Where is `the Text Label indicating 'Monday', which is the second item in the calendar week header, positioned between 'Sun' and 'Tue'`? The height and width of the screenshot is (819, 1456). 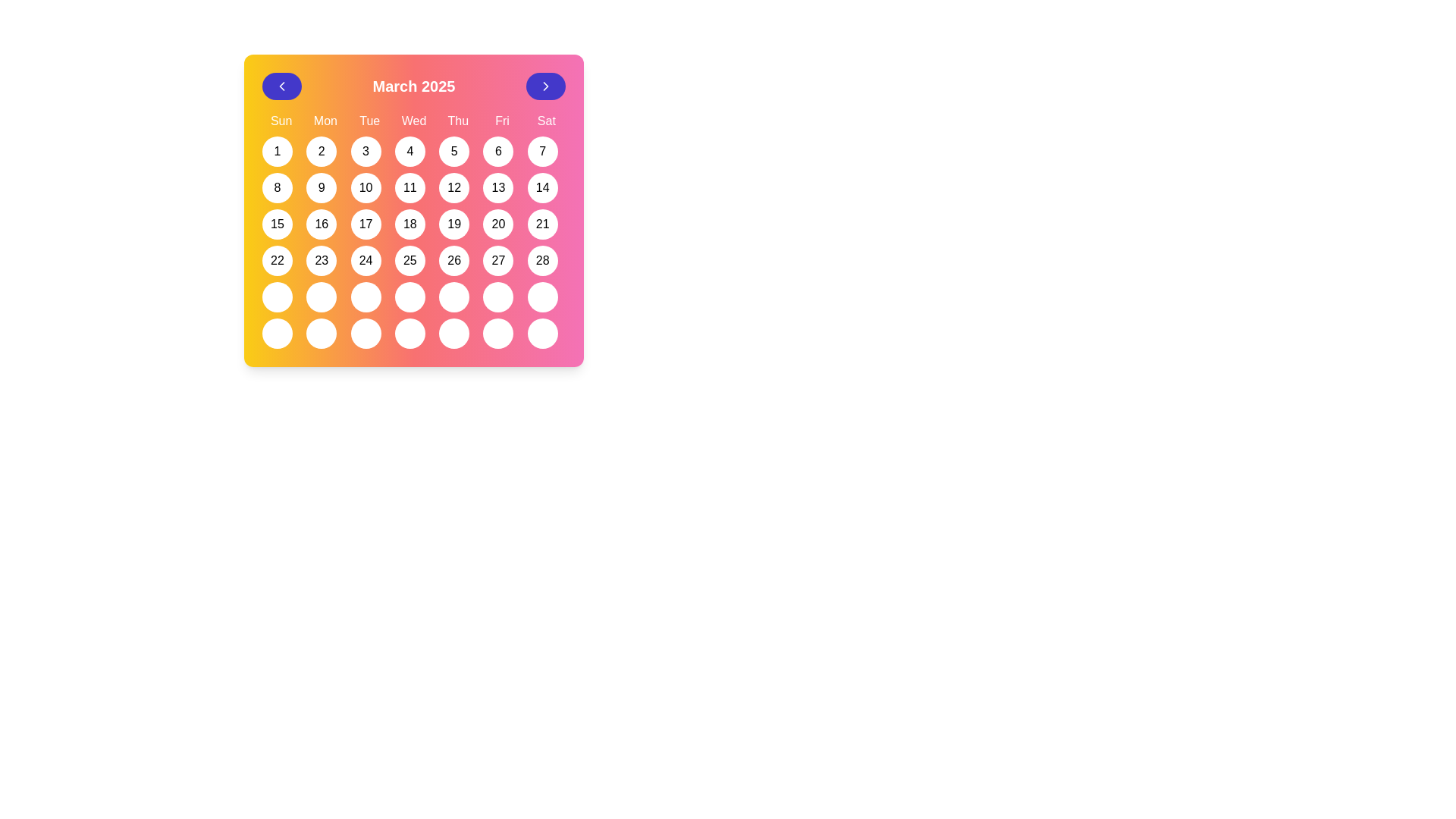
the Text Label indicating 'Monday', which is the second item in the calendar week header, positioned between 'Sun' and 'Tue' is located at coordinates (325, 120).